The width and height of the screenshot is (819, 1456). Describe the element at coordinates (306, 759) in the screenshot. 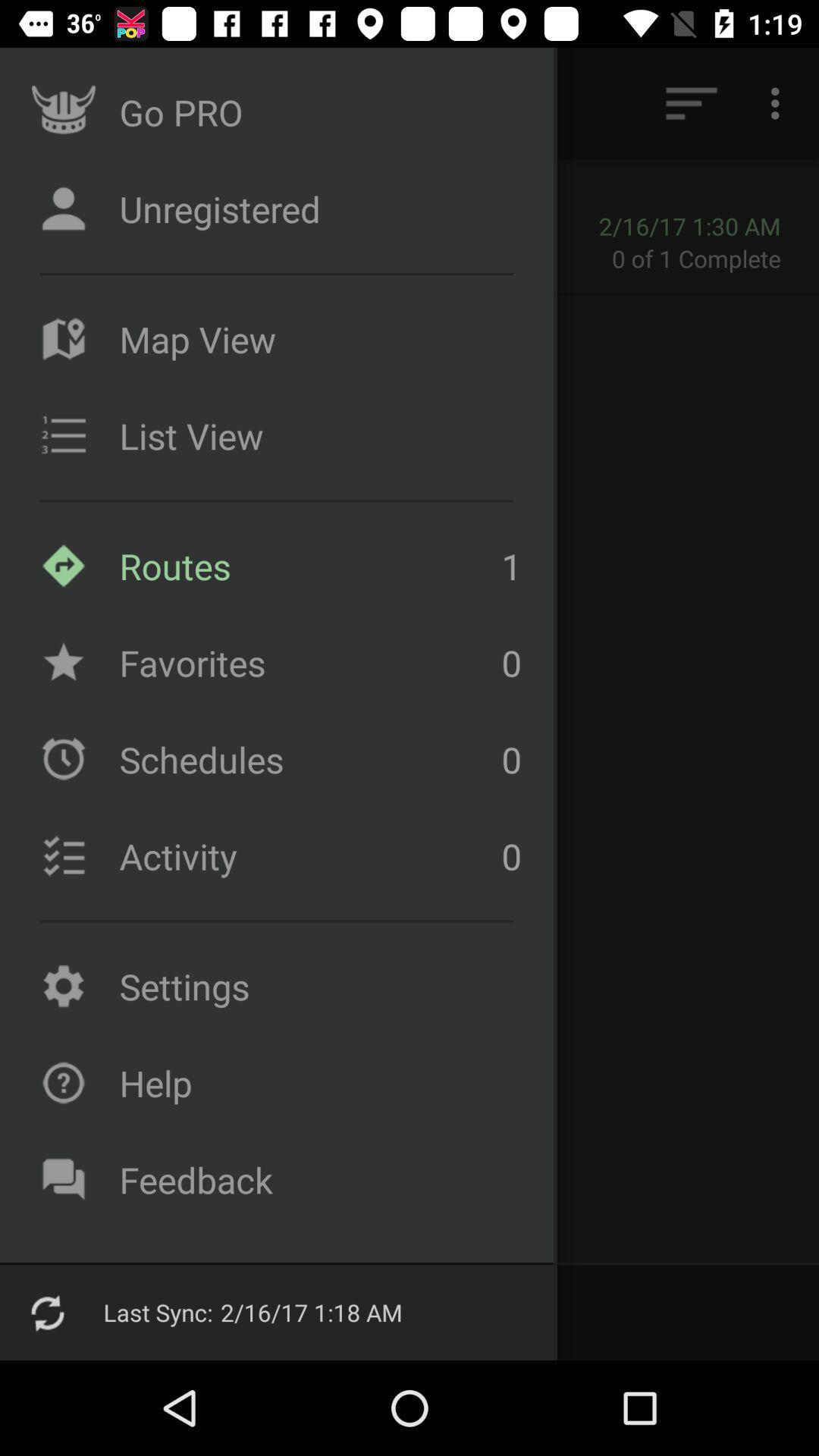

I see `item next to 0 item` at that location.